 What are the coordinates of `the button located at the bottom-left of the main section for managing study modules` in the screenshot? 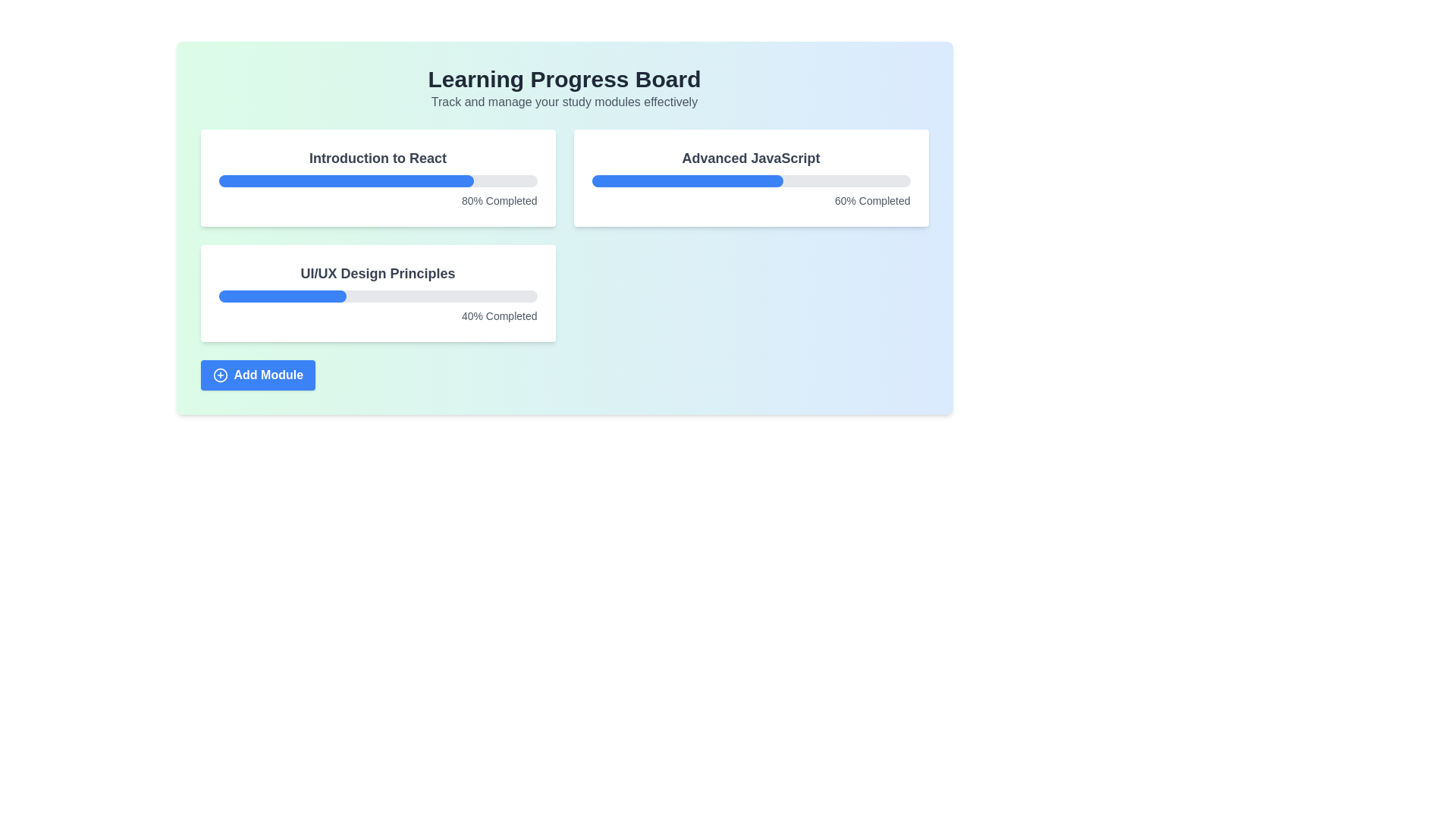 It's located at (258, 375).